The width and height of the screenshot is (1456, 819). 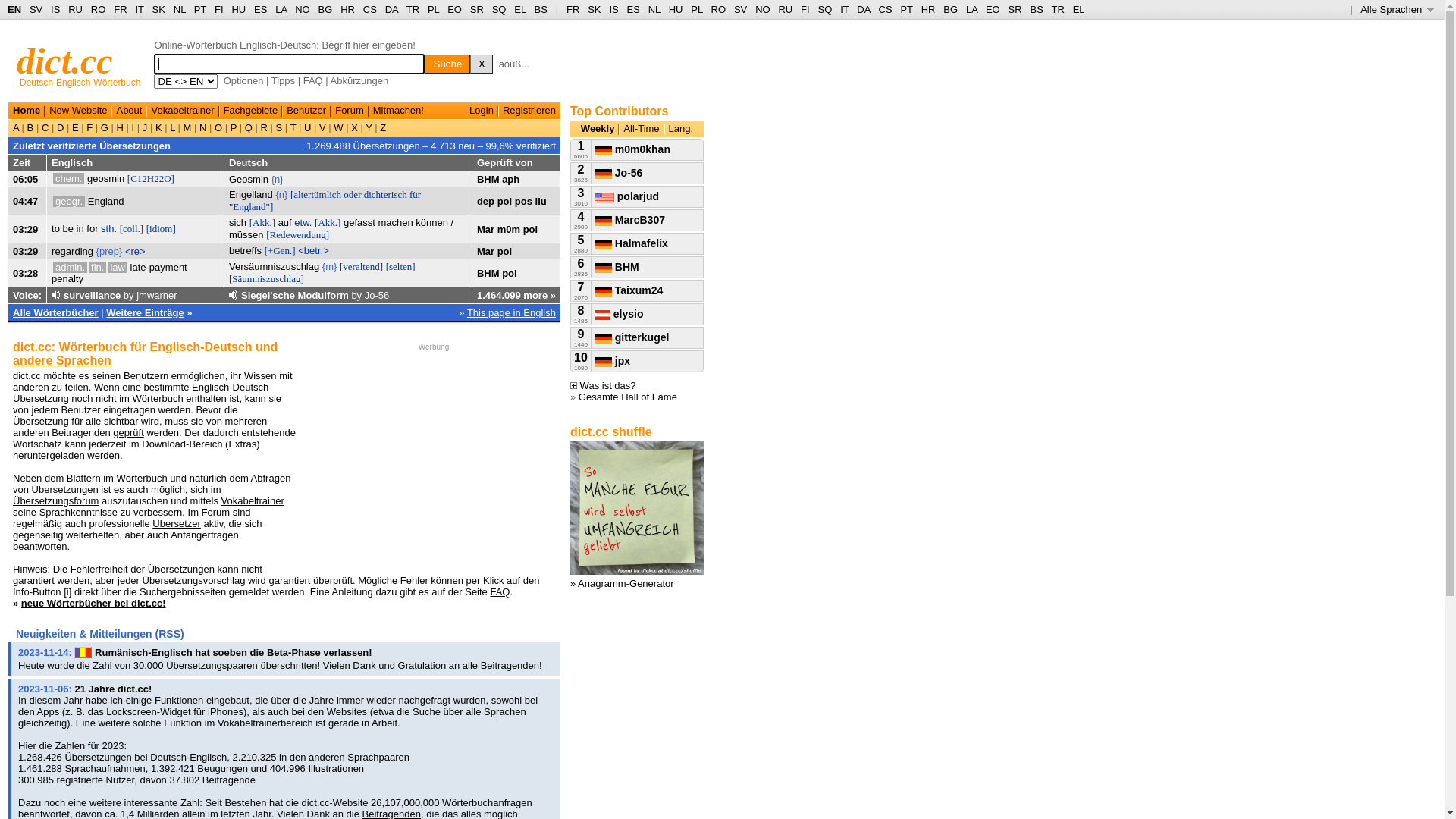 I want to click on 'Q', so click(x=240, y=127).